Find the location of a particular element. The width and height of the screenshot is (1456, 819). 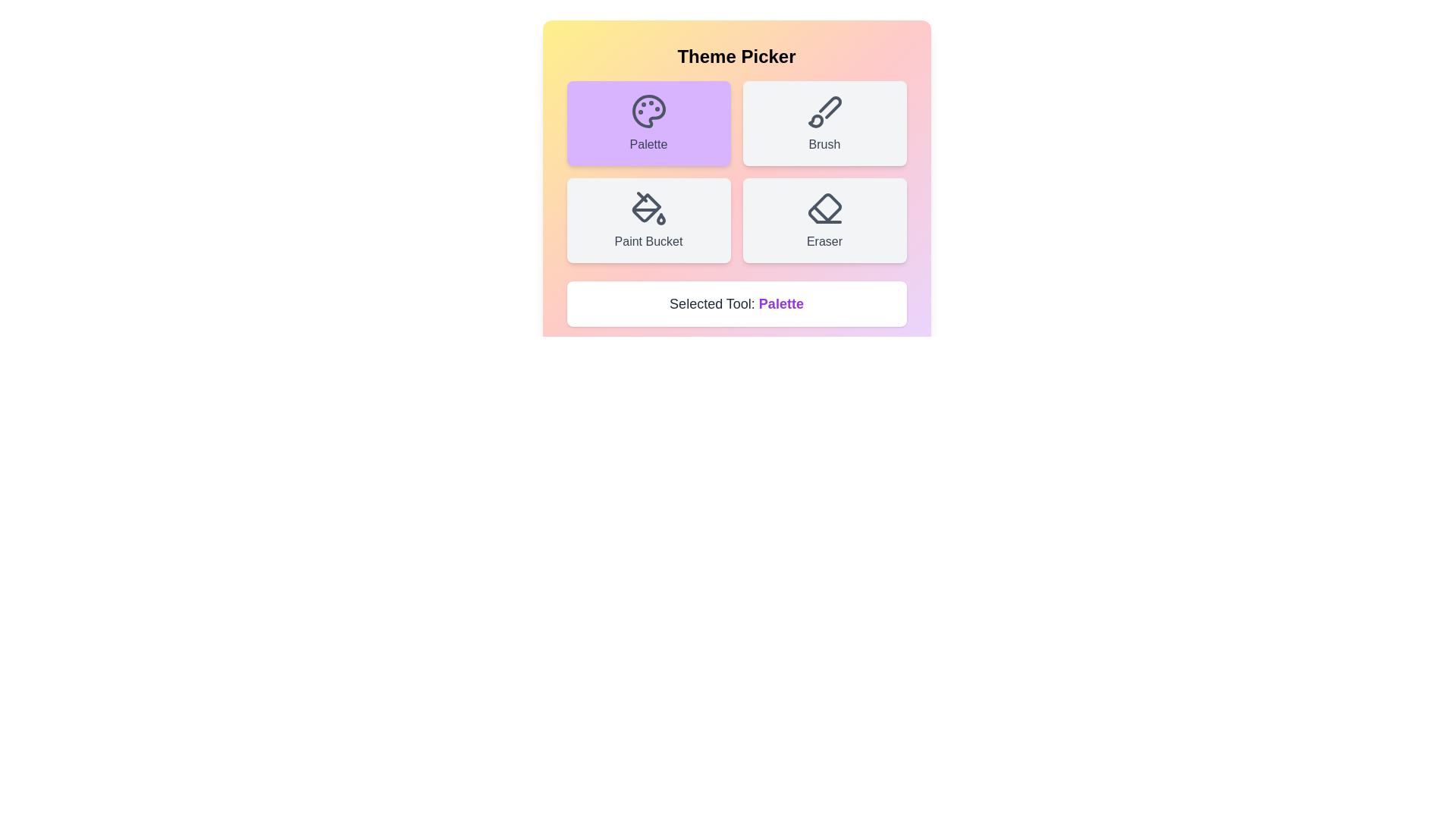

the text displaying the selected tool is located at coordinates (736, 304).